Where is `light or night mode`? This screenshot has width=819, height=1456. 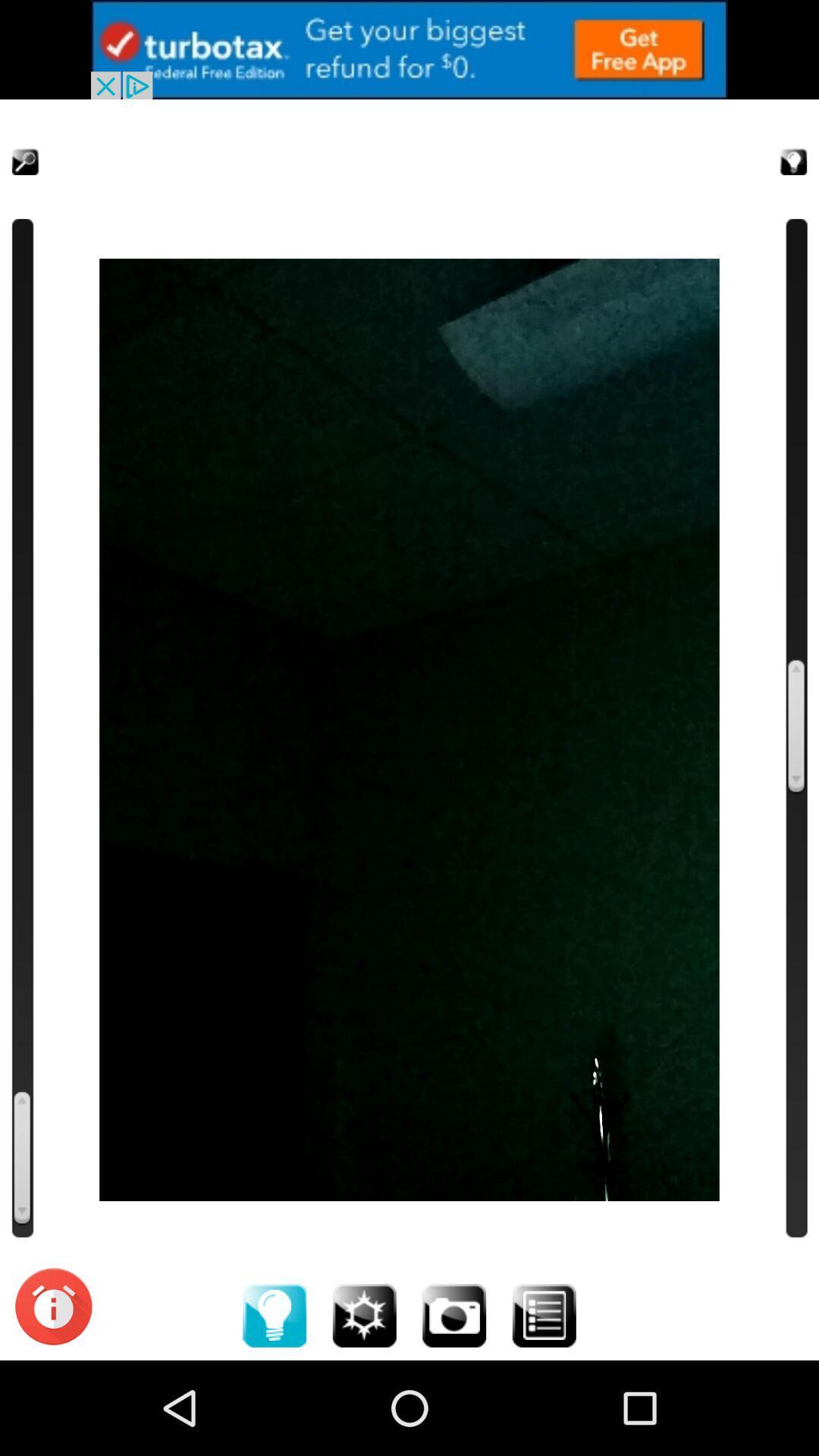
light or night mode is located at coordinates (775, 143).